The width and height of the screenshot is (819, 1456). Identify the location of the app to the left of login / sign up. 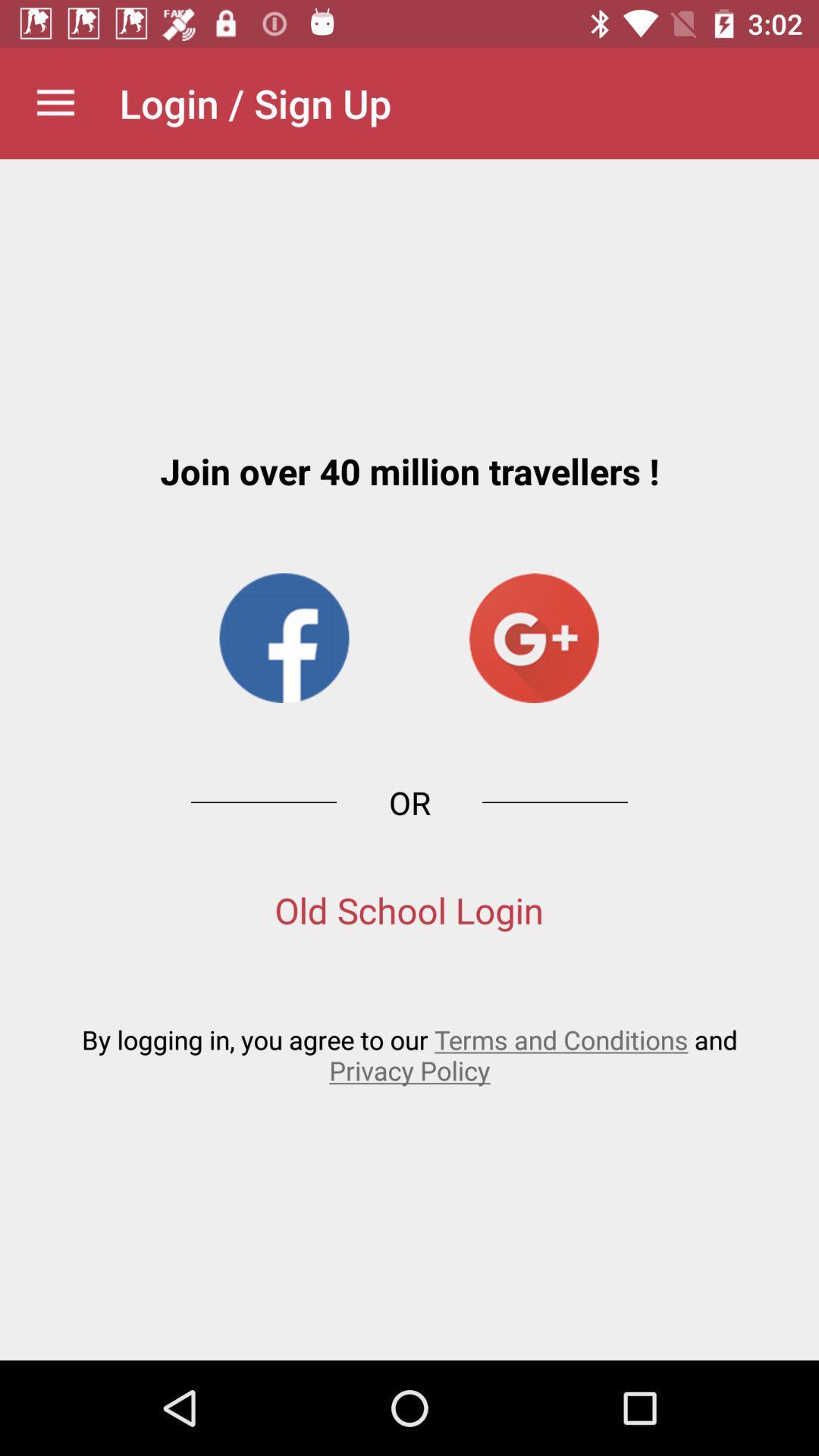
(55, 102).